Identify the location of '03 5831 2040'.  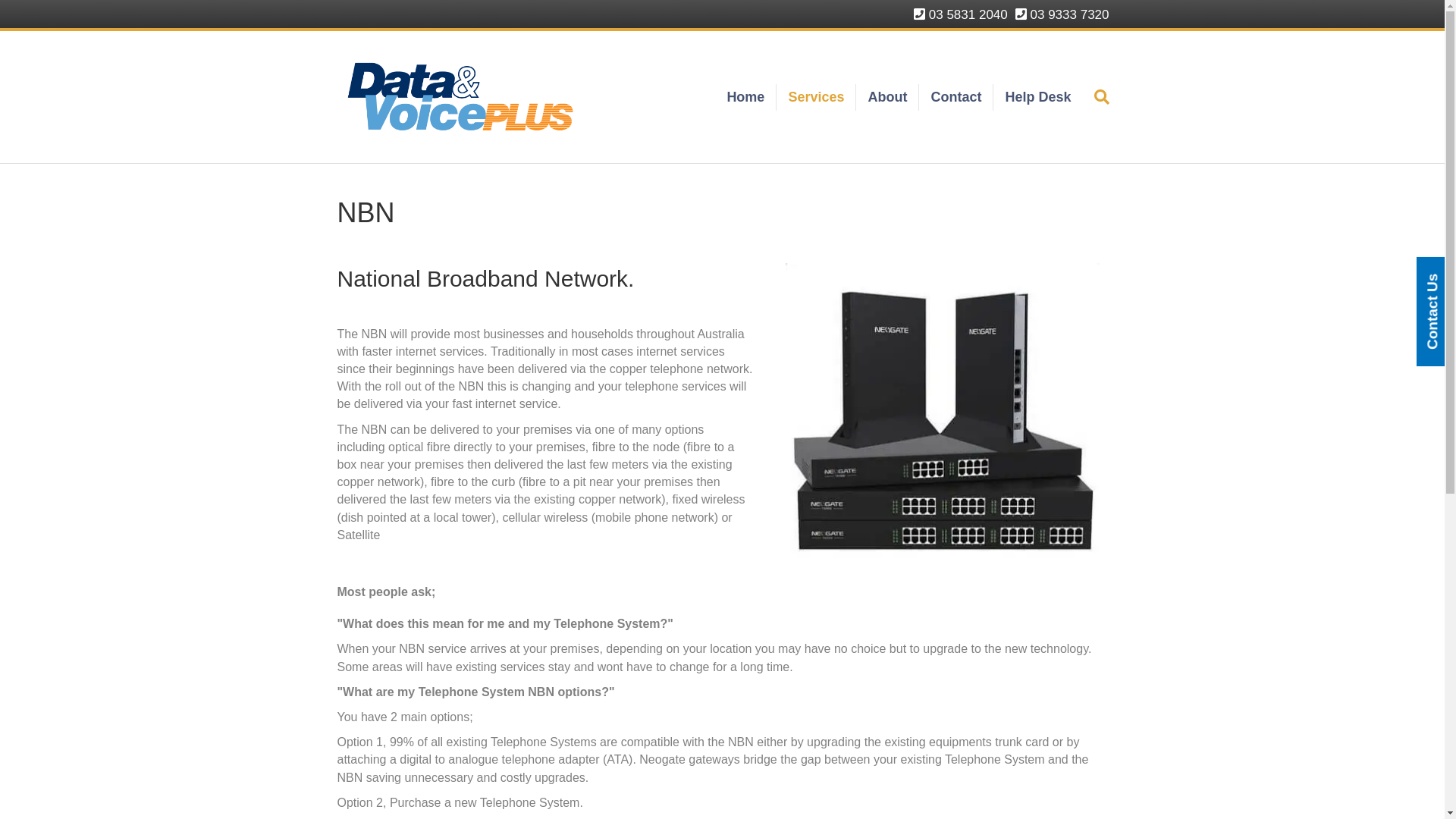
(960, 14).